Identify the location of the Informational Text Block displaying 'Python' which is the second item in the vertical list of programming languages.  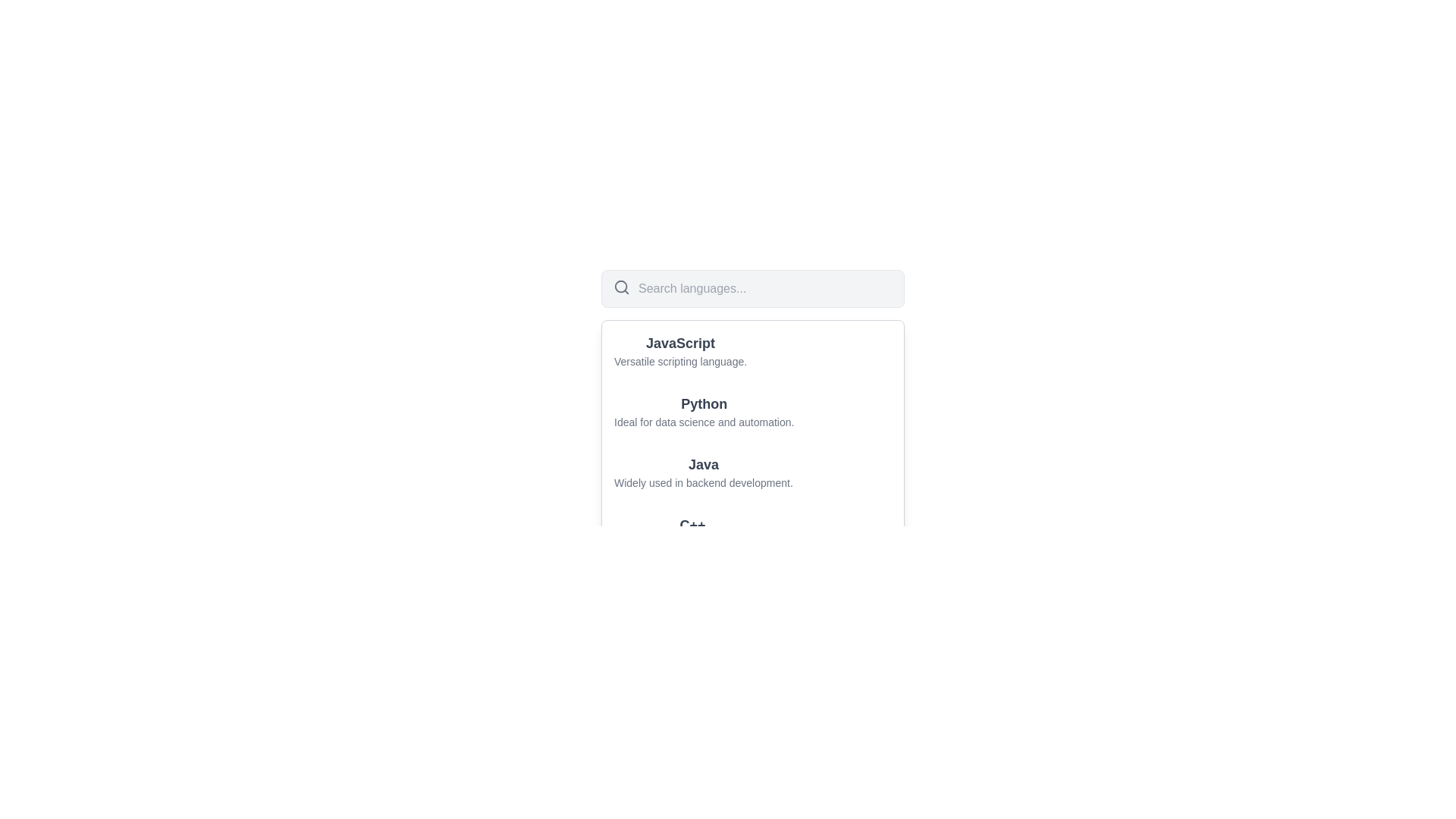
(753, 412).